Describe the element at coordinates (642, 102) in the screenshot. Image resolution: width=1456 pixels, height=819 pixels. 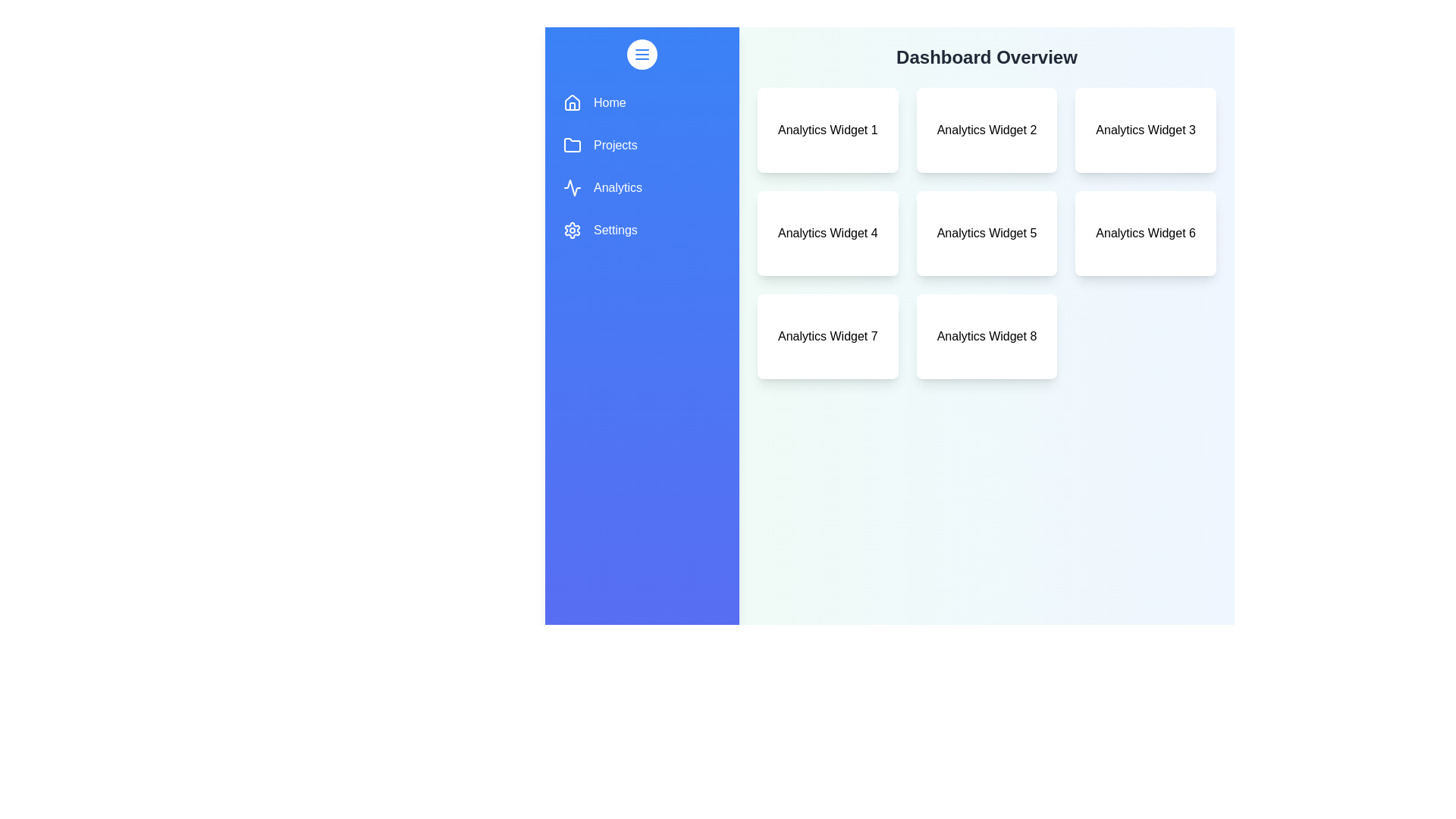
I see `the menu item Home from the drawer menu` at that location.